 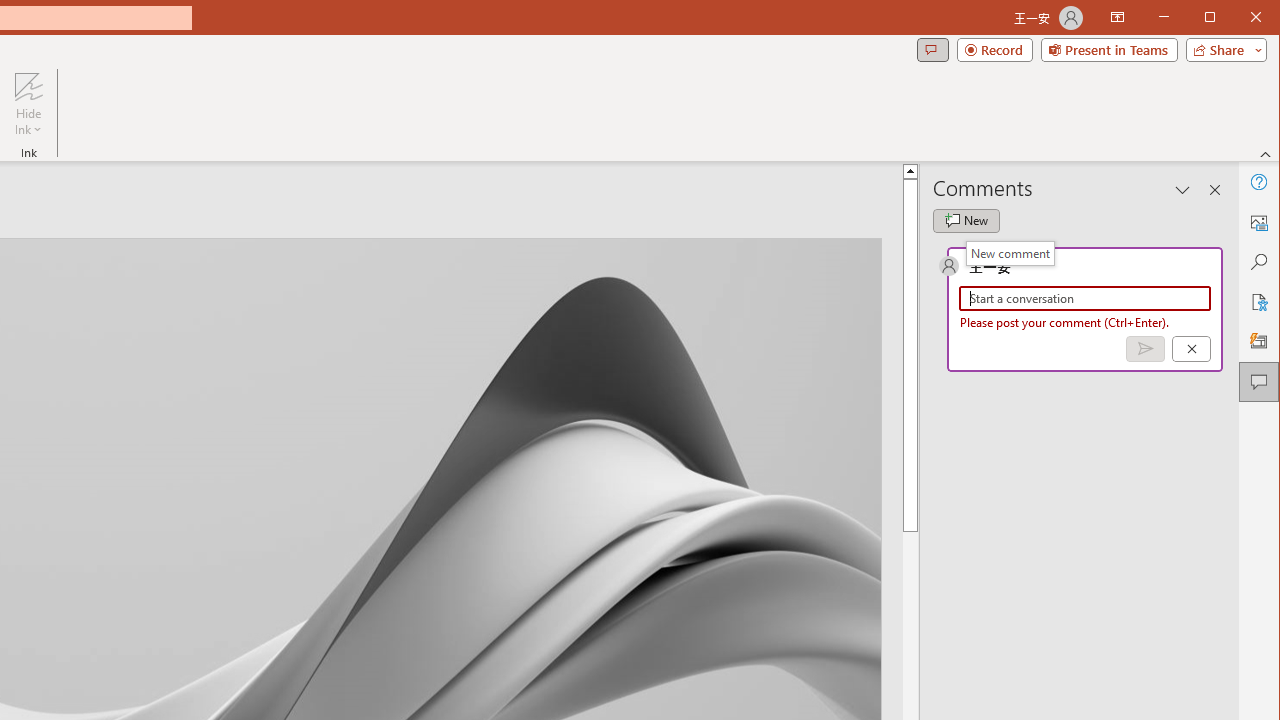 What do you see at coordinates (1257, 182) in the screenshot?
I see `'Help'` at bounding box center [1257, 182].